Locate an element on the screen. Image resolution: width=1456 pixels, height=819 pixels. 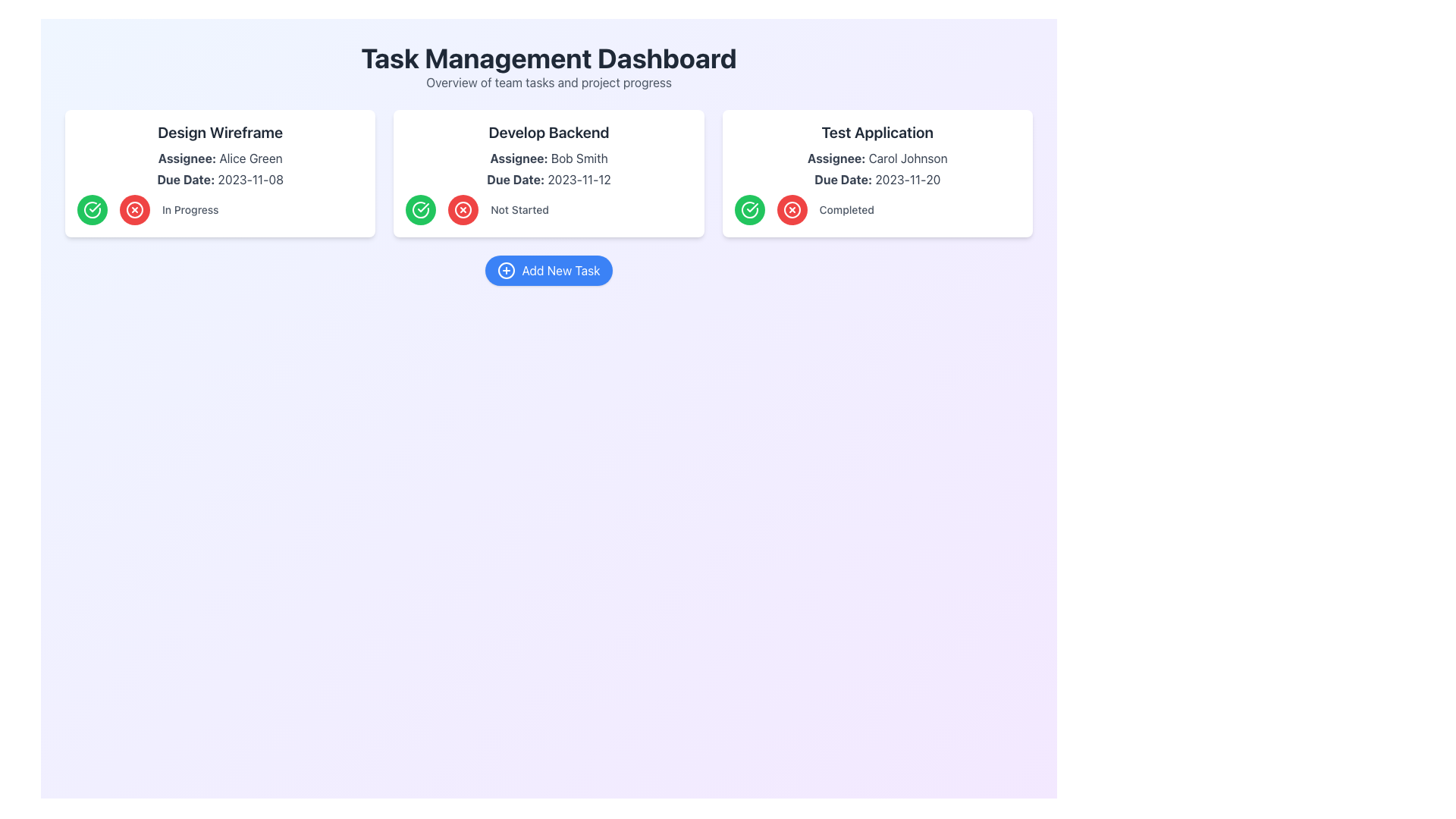
the leftmost circular green button with a white checkmark in the 'Test Application' card's status section to mark the task as completed is located at coordinates (749, 210).